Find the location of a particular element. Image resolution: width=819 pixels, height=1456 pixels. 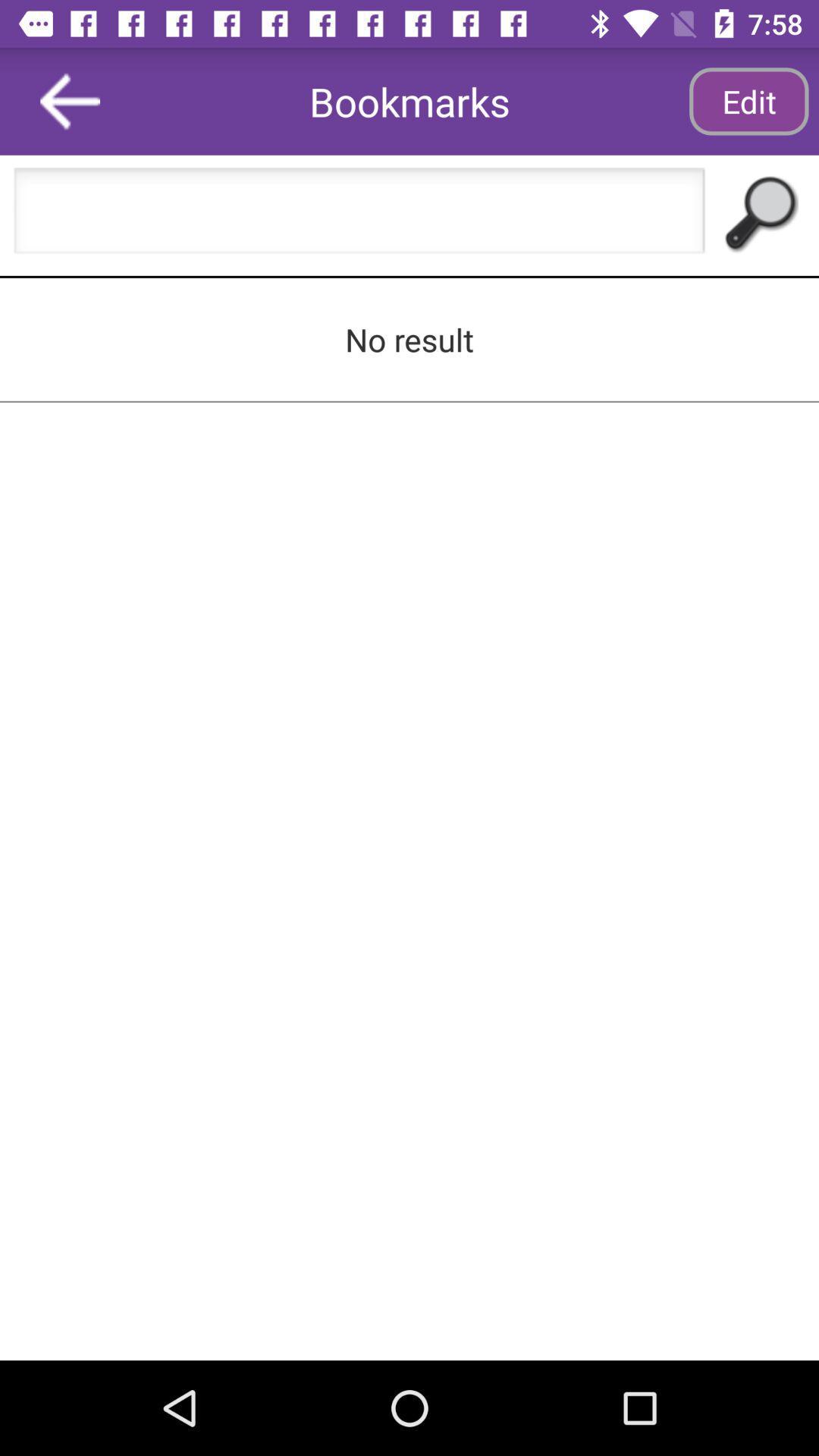

the icon at the top left corner is located at coordinates (70, 100).